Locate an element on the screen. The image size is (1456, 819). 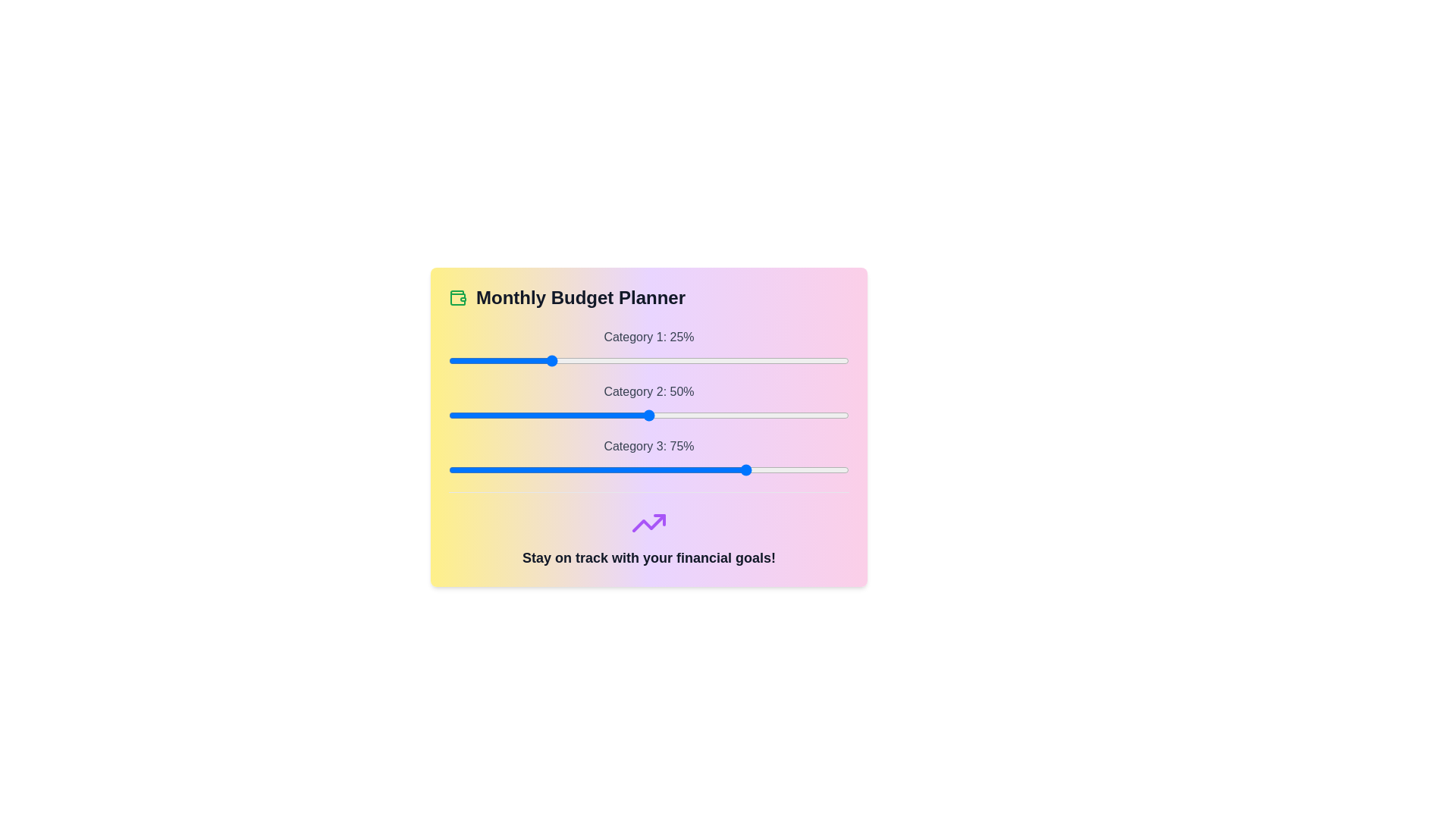
the label for Category 3 to highlight it is located at coordinates (648, 446).